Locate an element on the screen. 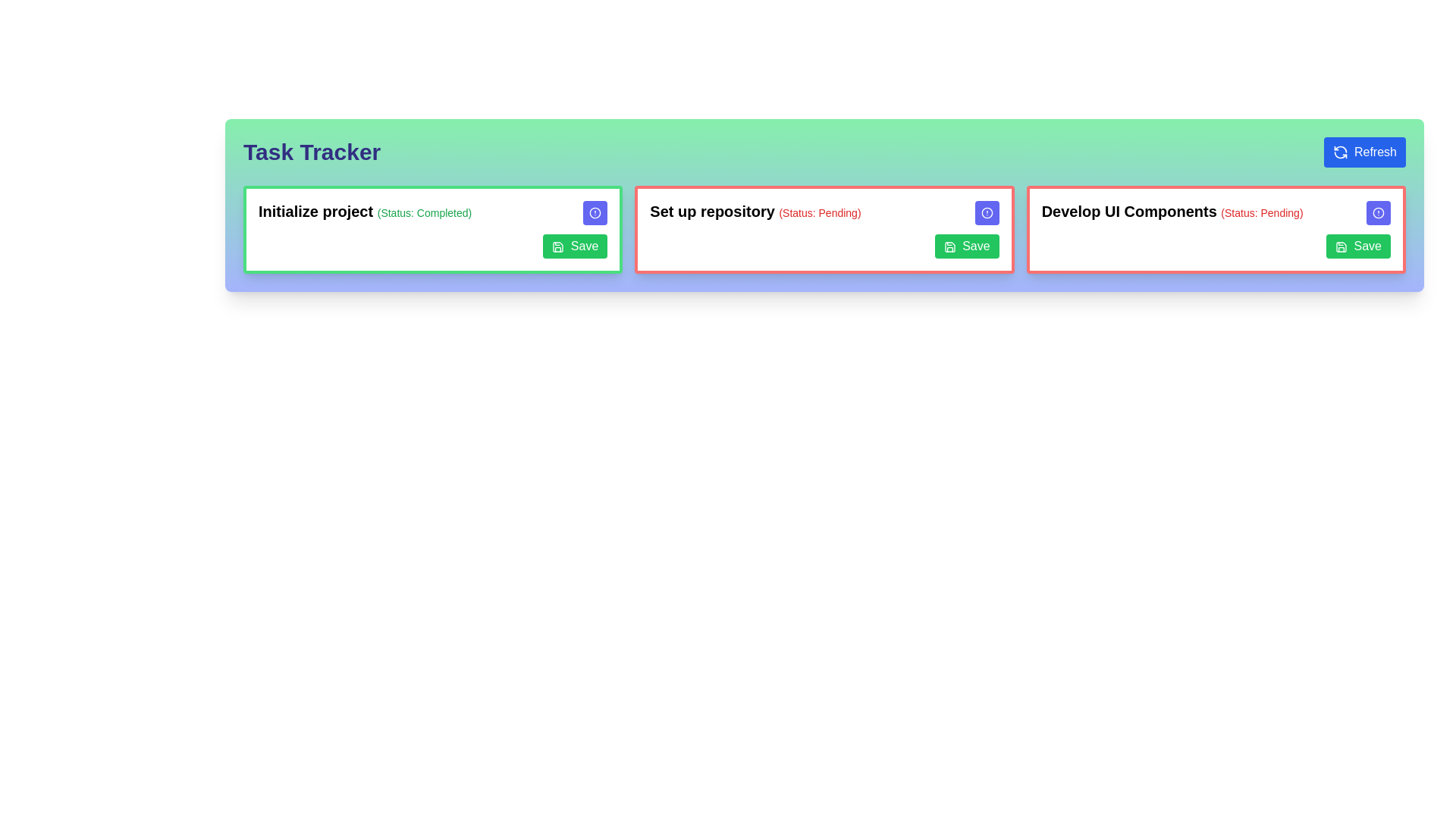 This screenshot has width=1456, height=819. the compact save icon with a green background located to the left of the 'Save' button is located at coordinates (557, 246).